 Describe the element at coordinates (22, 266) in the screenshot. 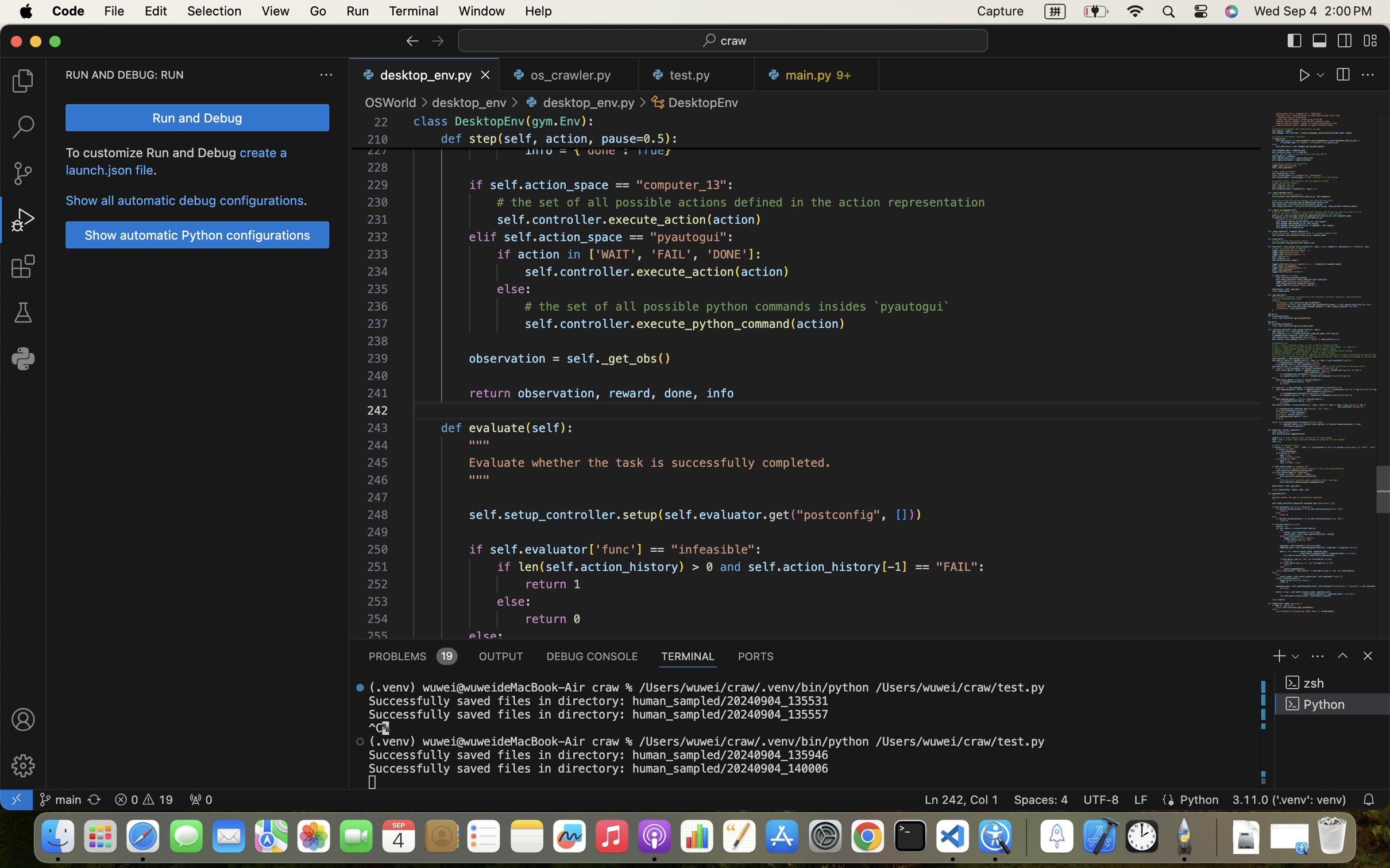

I see `'0 '` at that location.